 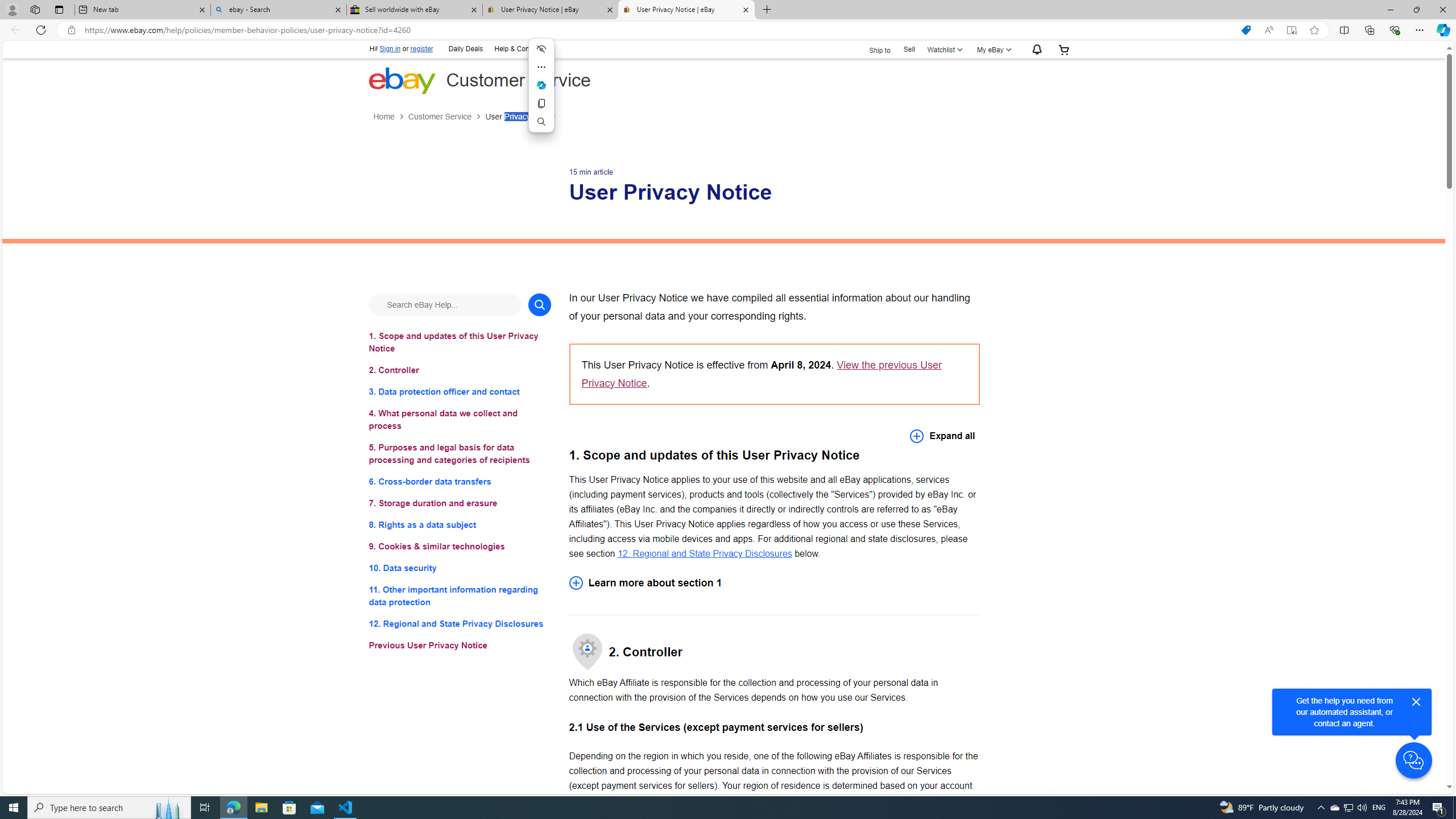 What do you see at coordinates (415, 9) in the screenshot?
I see `'Sell worldwide with eBay'` at bounding box center [415, 9].